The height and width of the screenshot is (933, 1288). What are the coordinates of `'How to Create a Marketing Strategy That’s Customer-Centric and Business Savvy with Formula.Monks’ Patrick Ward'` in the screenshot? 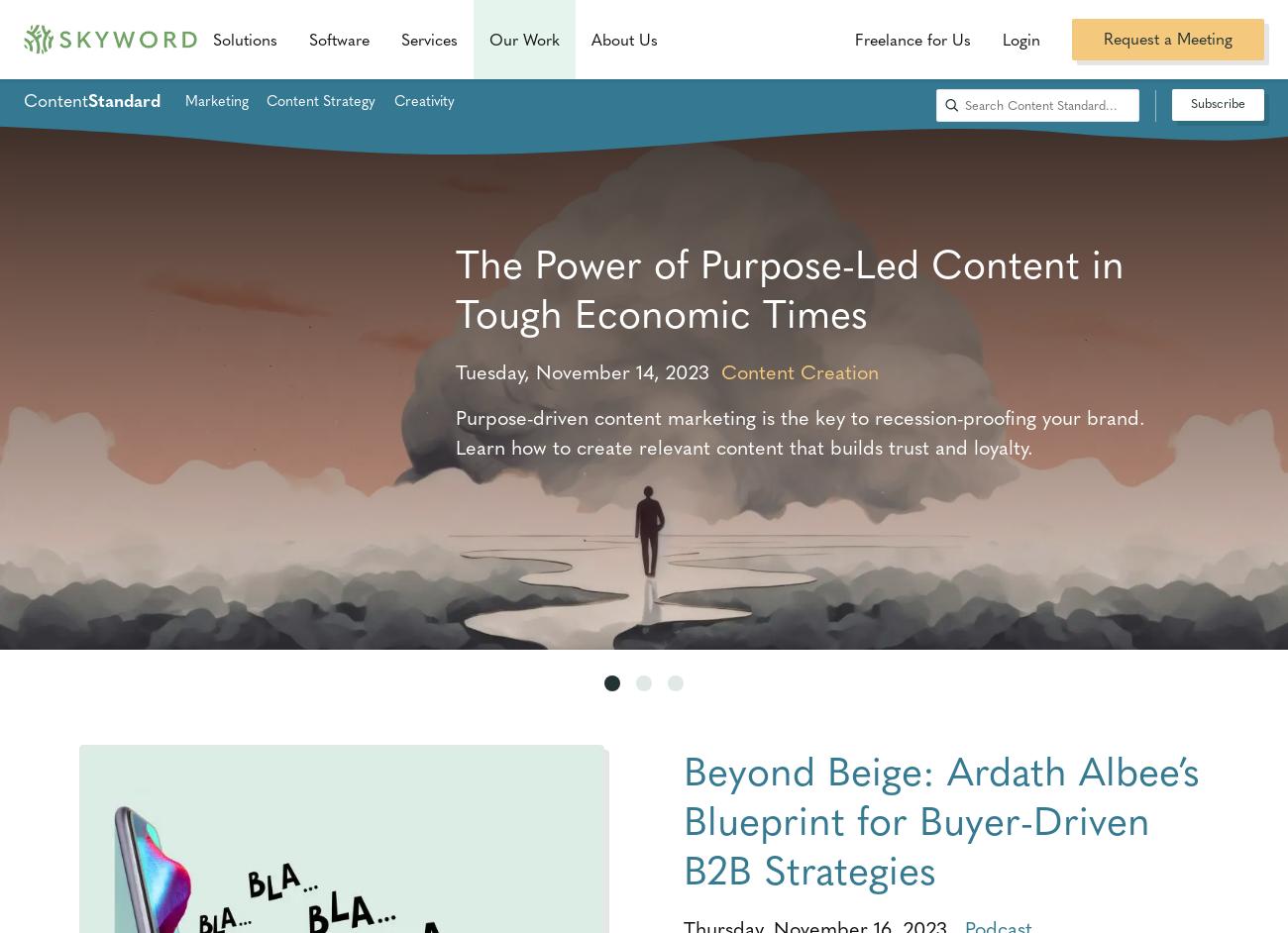 It's located at (454, 311).